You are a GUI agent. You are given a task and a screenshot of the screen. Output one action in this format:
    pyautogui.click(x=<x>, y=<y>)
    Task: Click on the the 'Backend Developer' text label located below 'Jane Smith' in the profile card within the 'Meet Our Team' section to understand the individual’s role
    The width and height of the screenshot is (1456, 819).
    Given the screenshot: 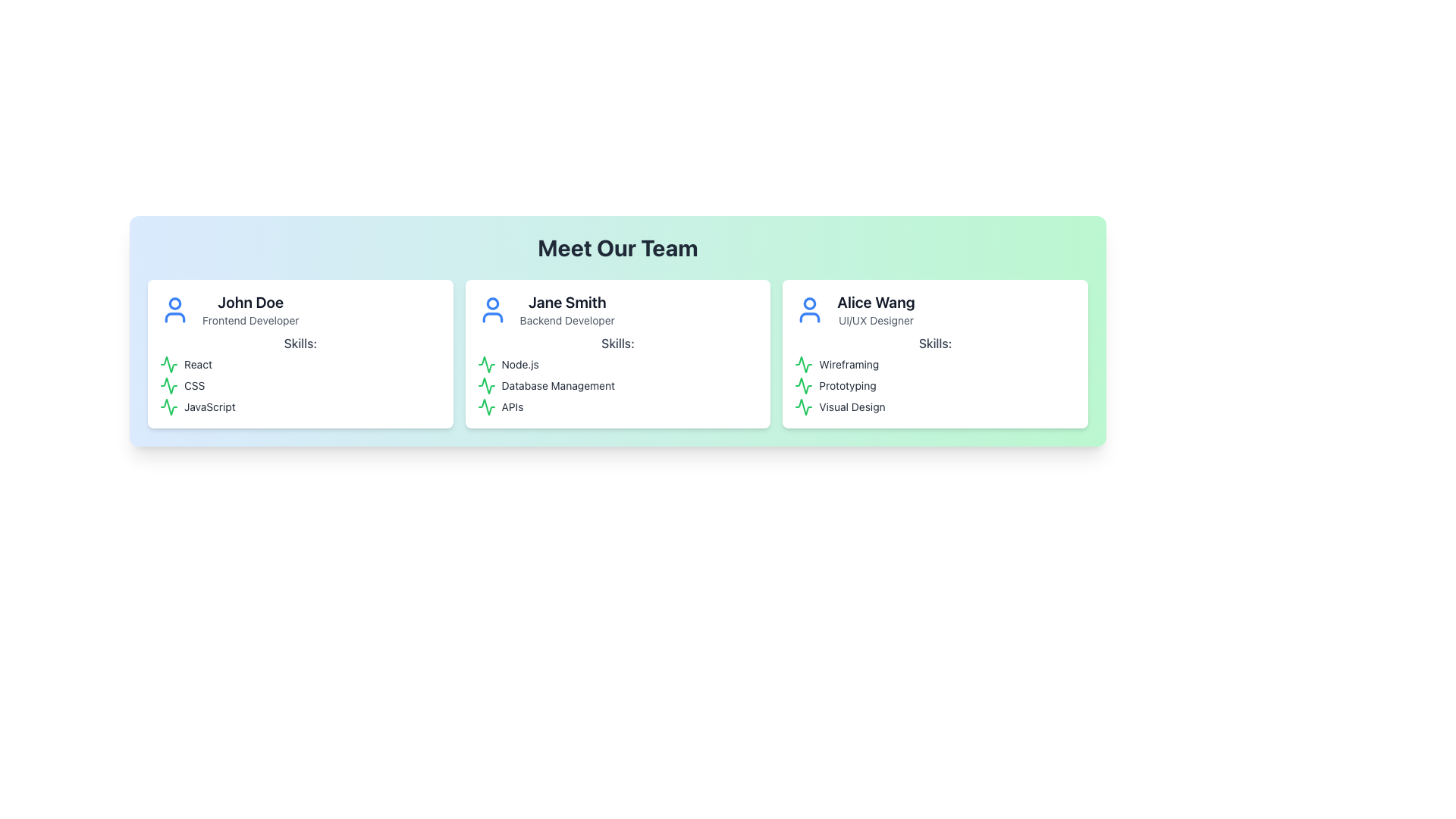 What is the action you would take?
    pyautogui.click(x=566, y=320)
    